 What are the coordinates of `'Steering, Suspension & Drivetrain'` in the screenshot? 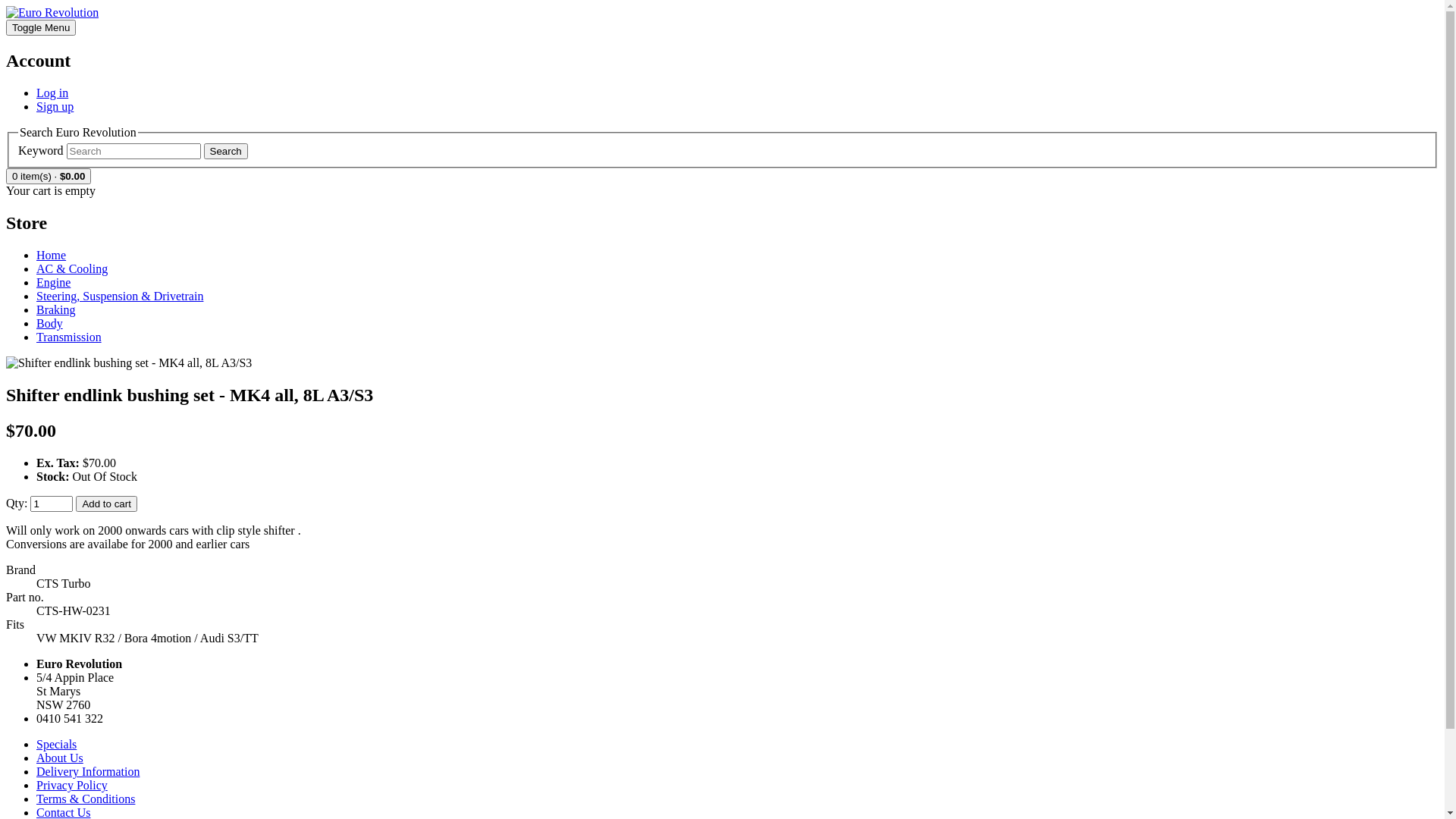 It's located at (36, 296).